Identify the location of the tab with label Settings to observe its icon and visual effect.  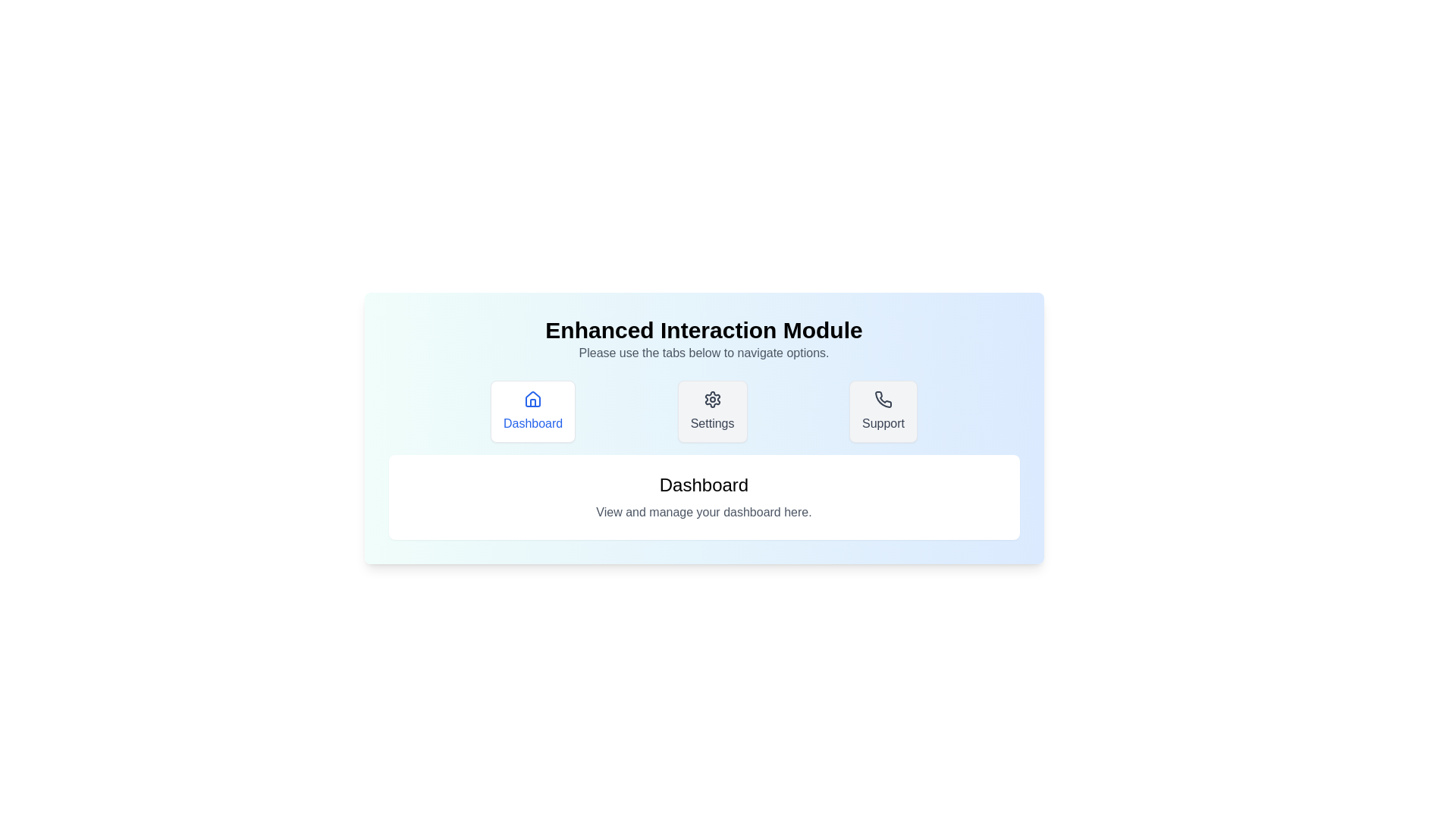
(711, 412).